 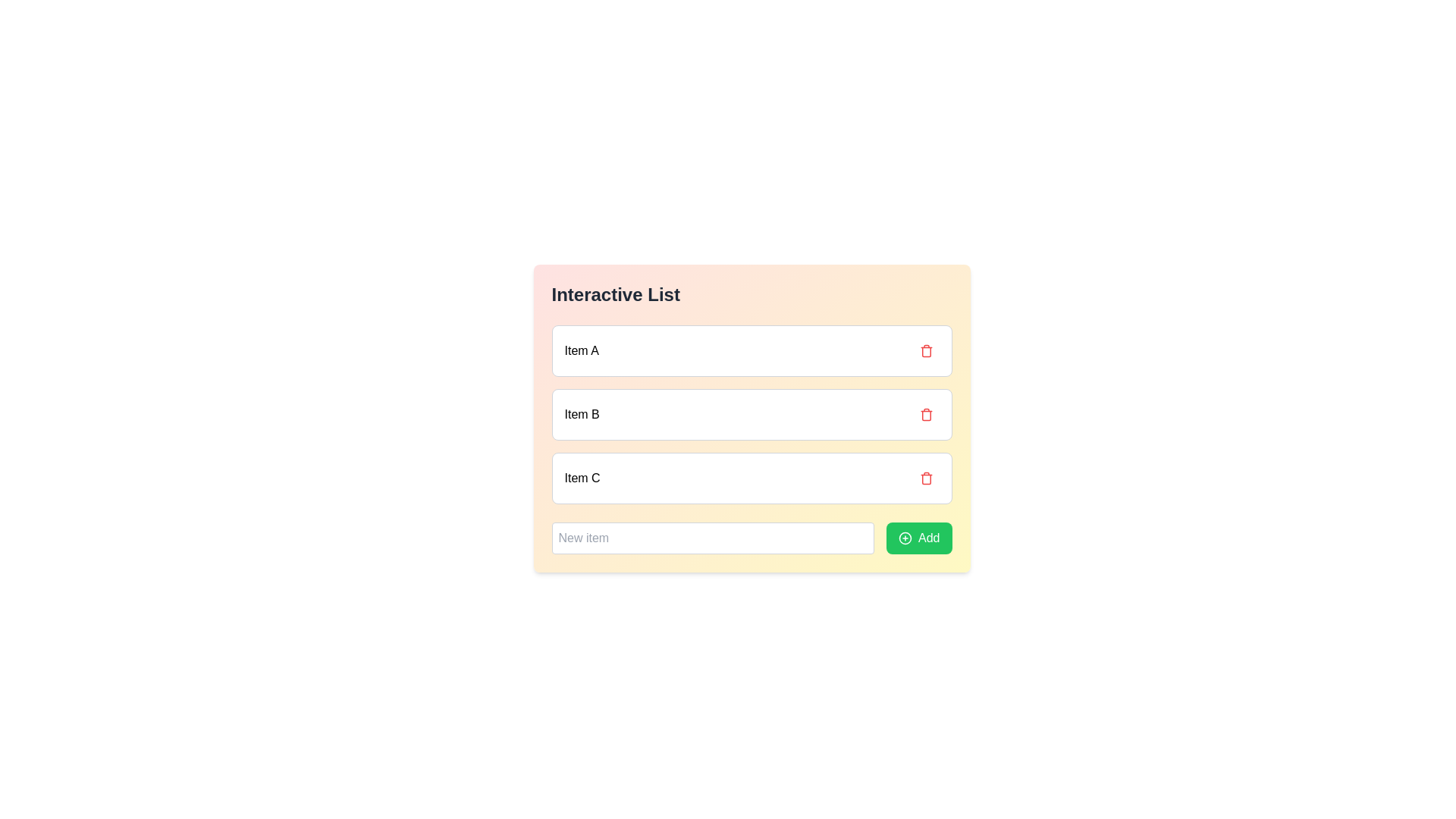 I want to click on text from the Text Label that serves as a title or heading for the interactive list section below, so click(x=616, y=295).